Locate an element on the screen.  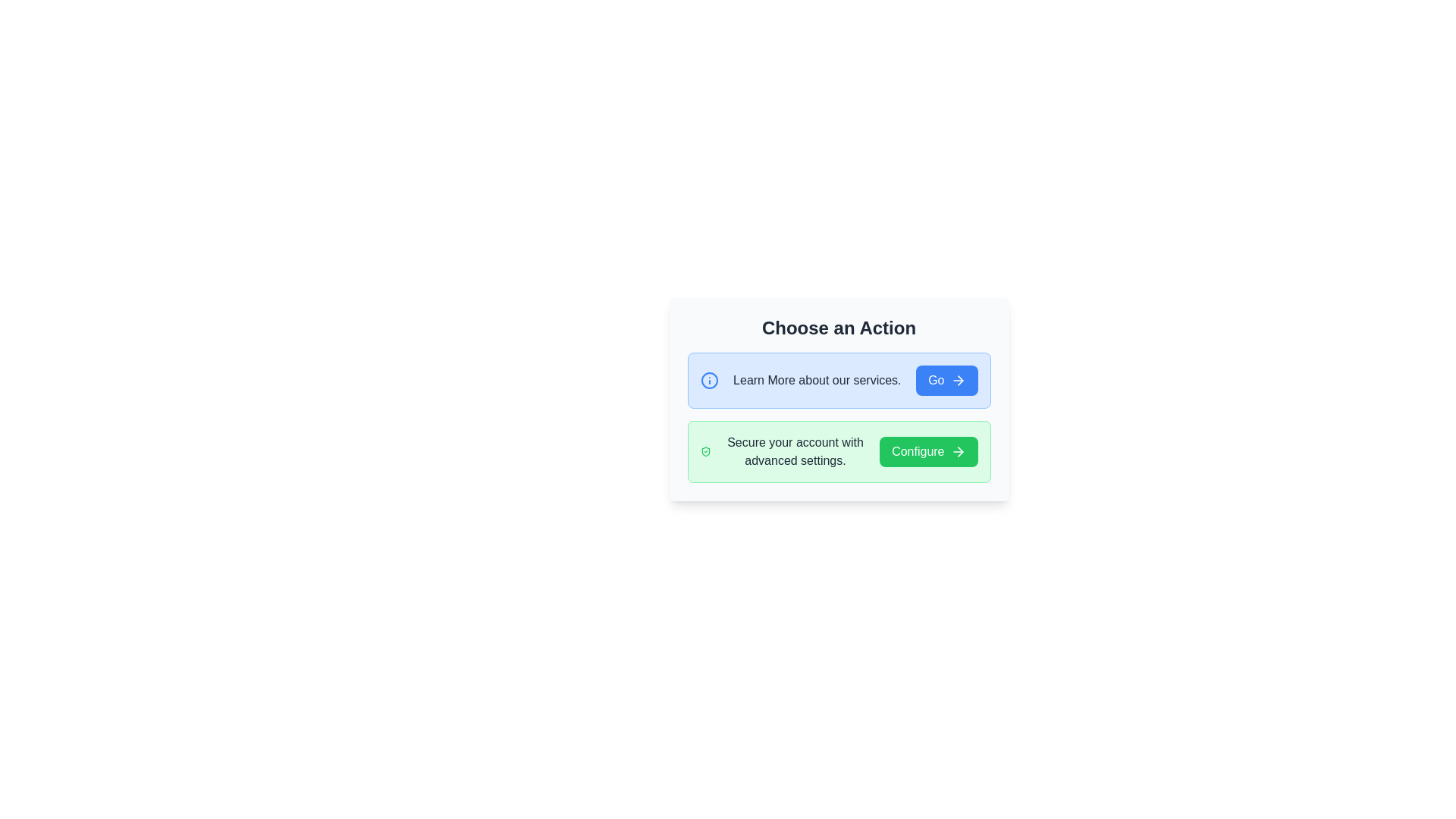
the small outlined blue circle icon located to the left of the 'Learn More about our services.' text for accessibility purposes is located at coordinates (708, 379).